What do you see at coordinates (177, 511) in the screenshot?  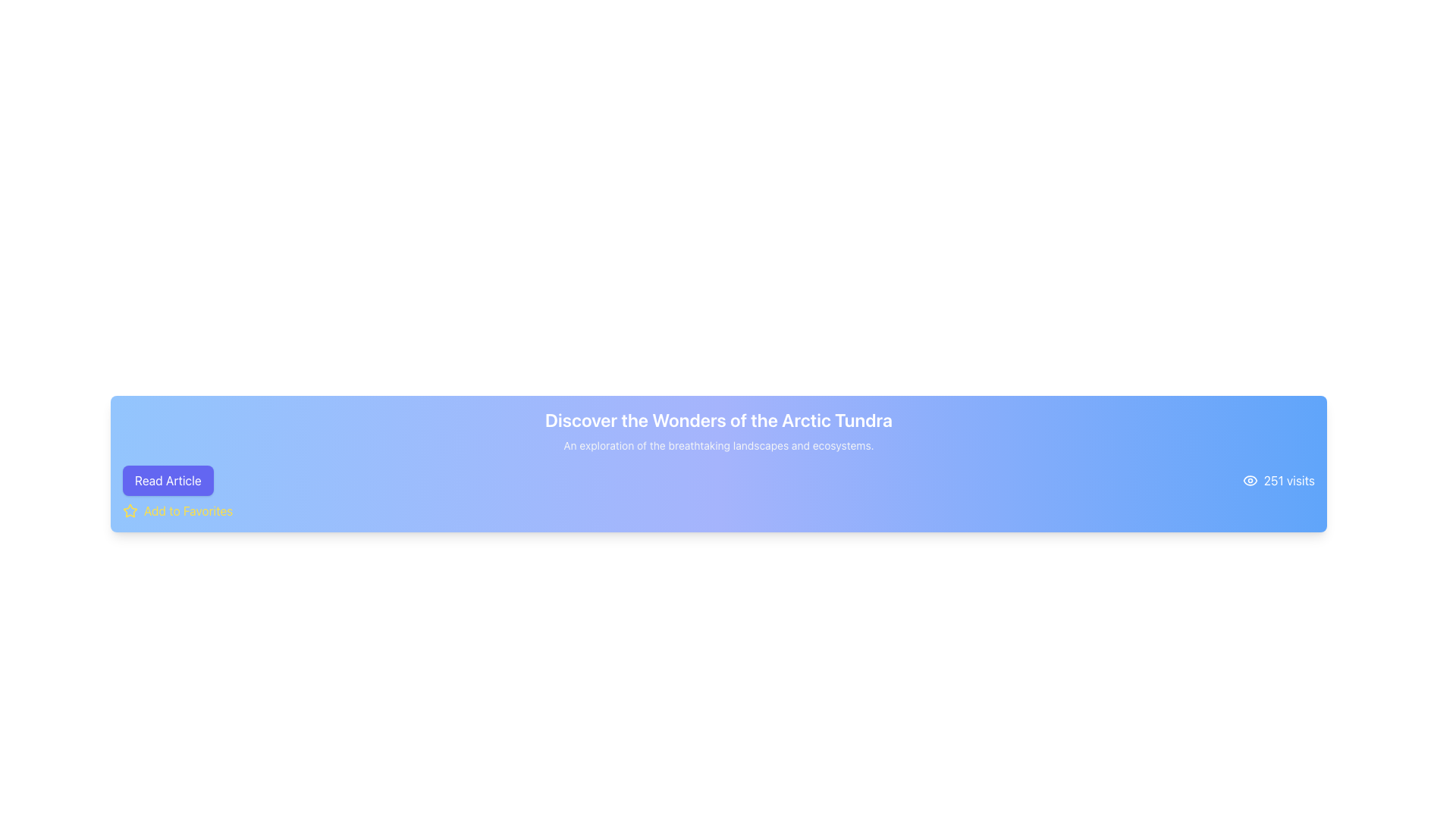 I see `the 'Add to Favorites' button, which features a yellow star icon and bold yellow text, located at the bottom-left corner of the card directly below the 'Read Article' button` at bounding box center [177, 511].